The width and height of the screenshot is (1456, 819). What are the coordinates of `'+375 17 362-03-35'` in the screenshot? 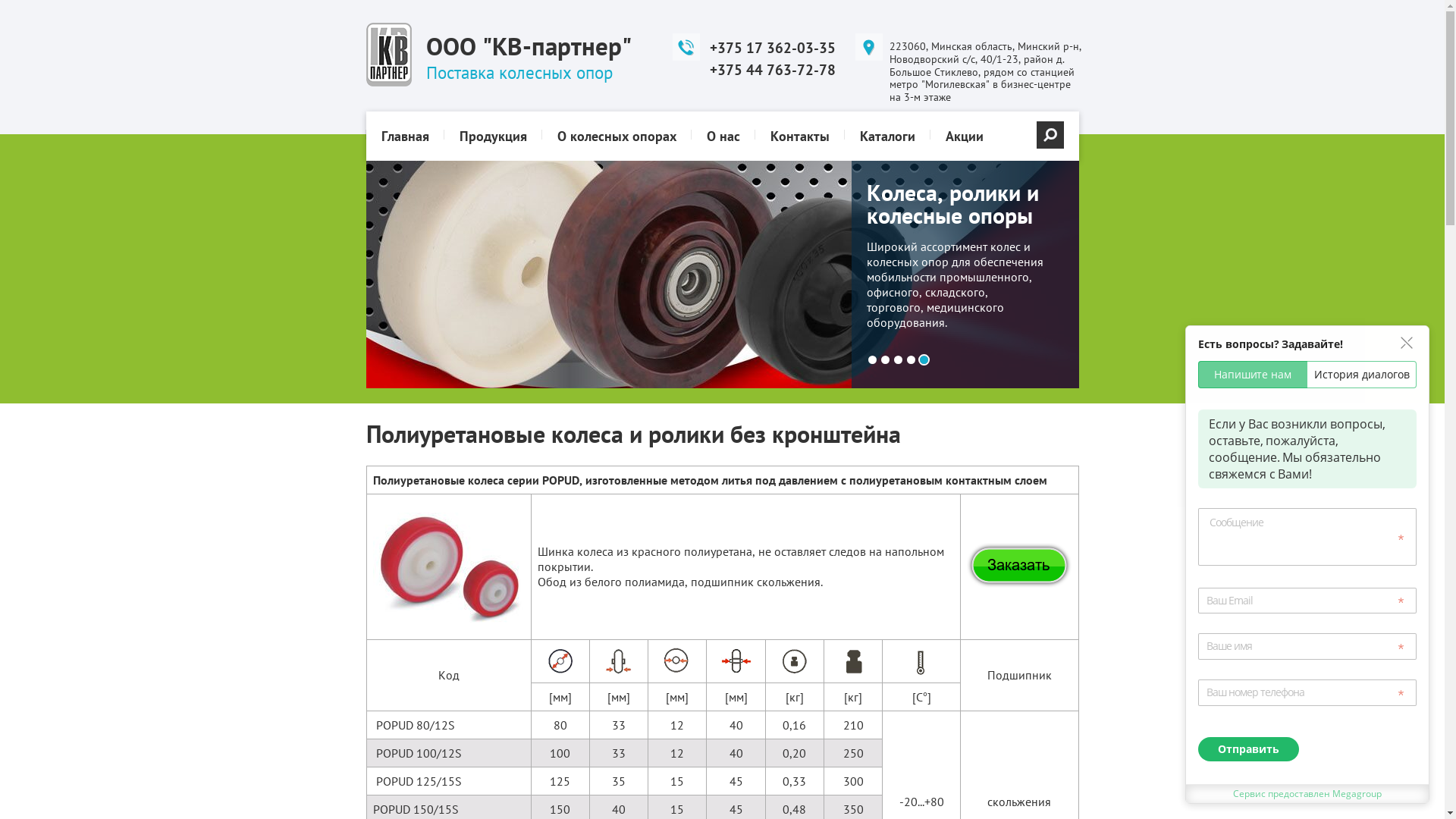 It's located at (772, 46).